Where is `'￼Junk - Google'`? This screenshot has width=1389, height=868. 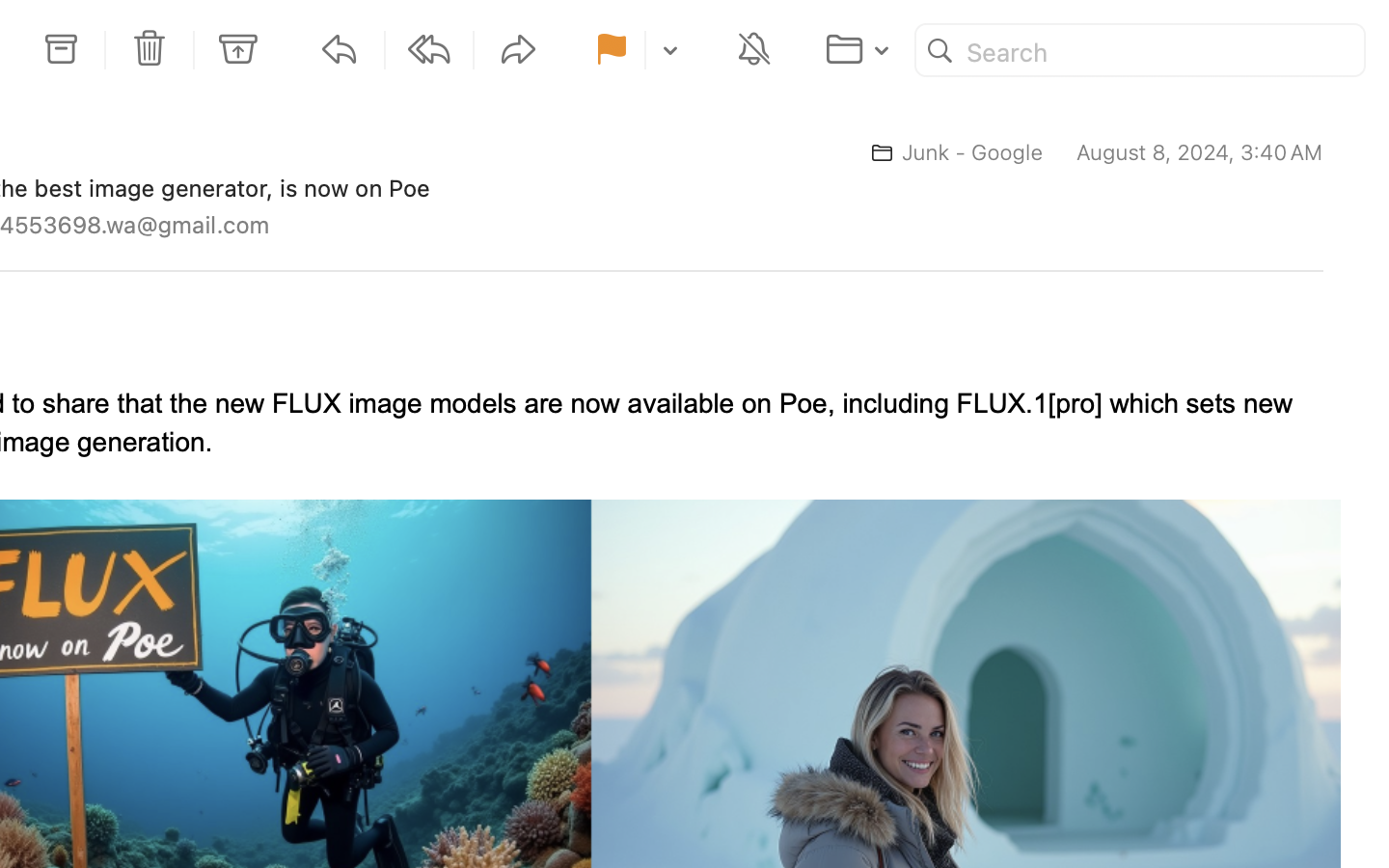
'￼Junk - Google' is located at coordinates (947, 152).